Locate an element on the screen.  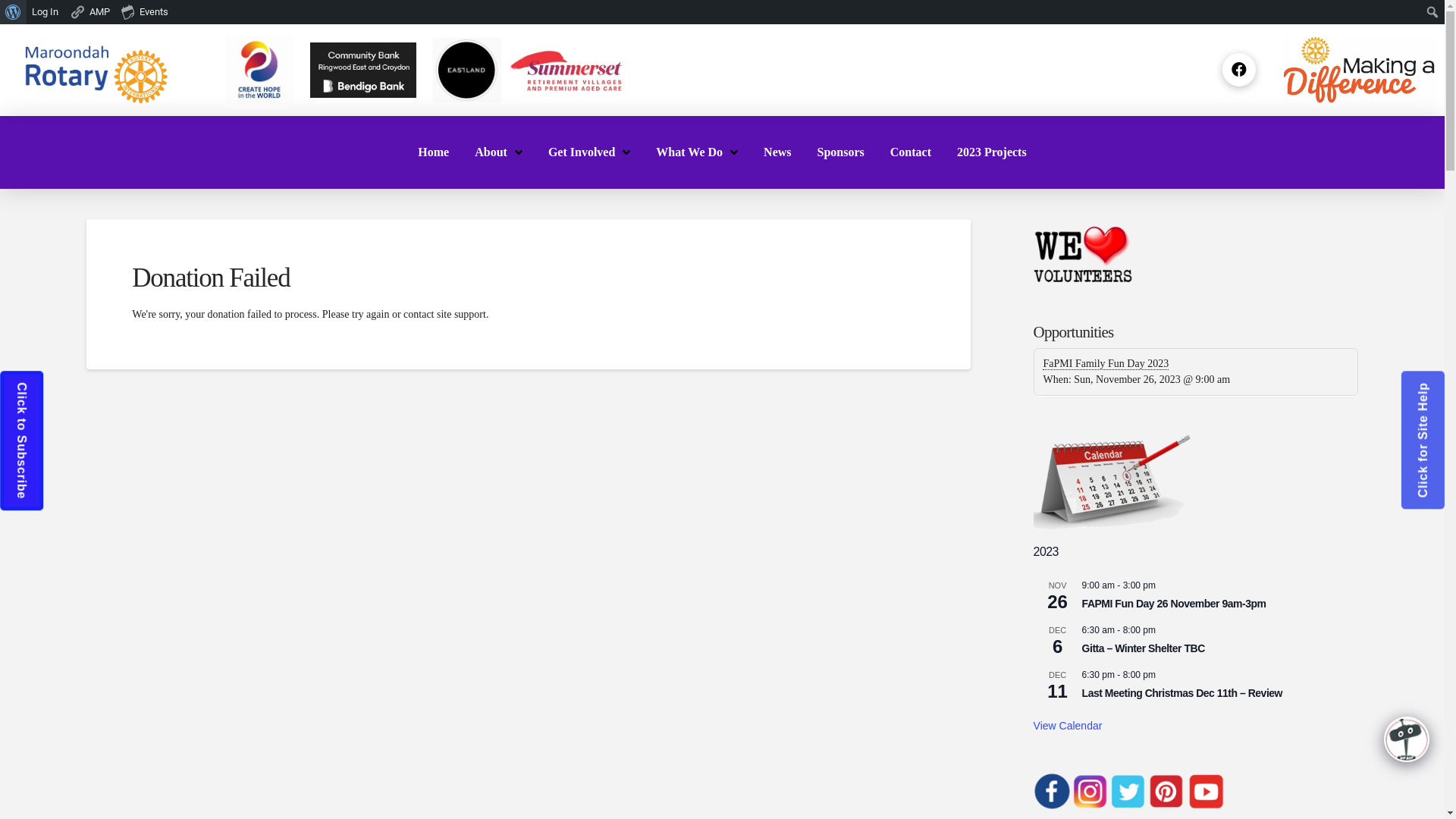
'AMP' is located at coordinates (89, 11).